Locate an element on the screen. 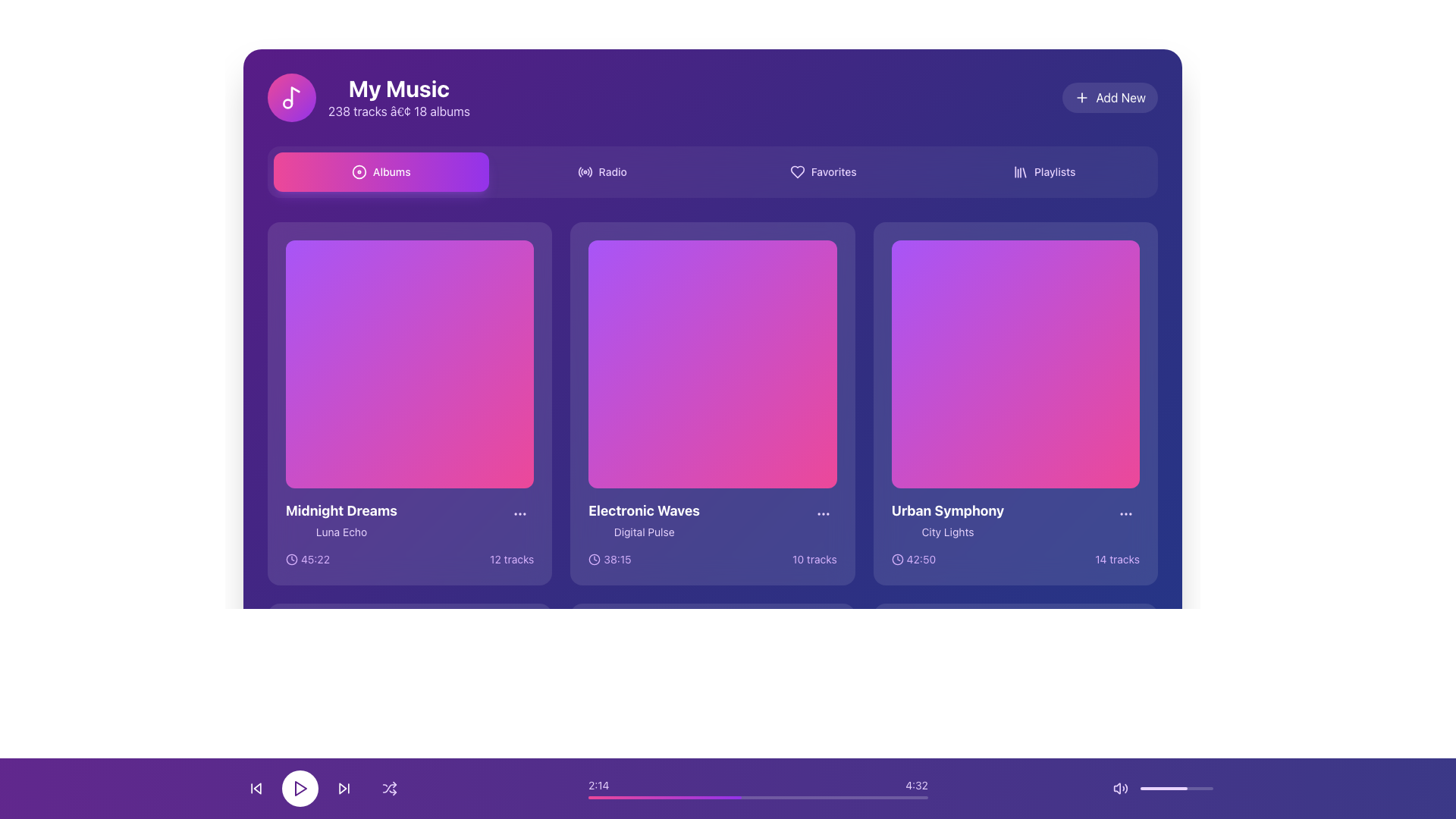 The height and width of the screenshot is (819, 1456). the volume is located at coordinates (1175, 788).